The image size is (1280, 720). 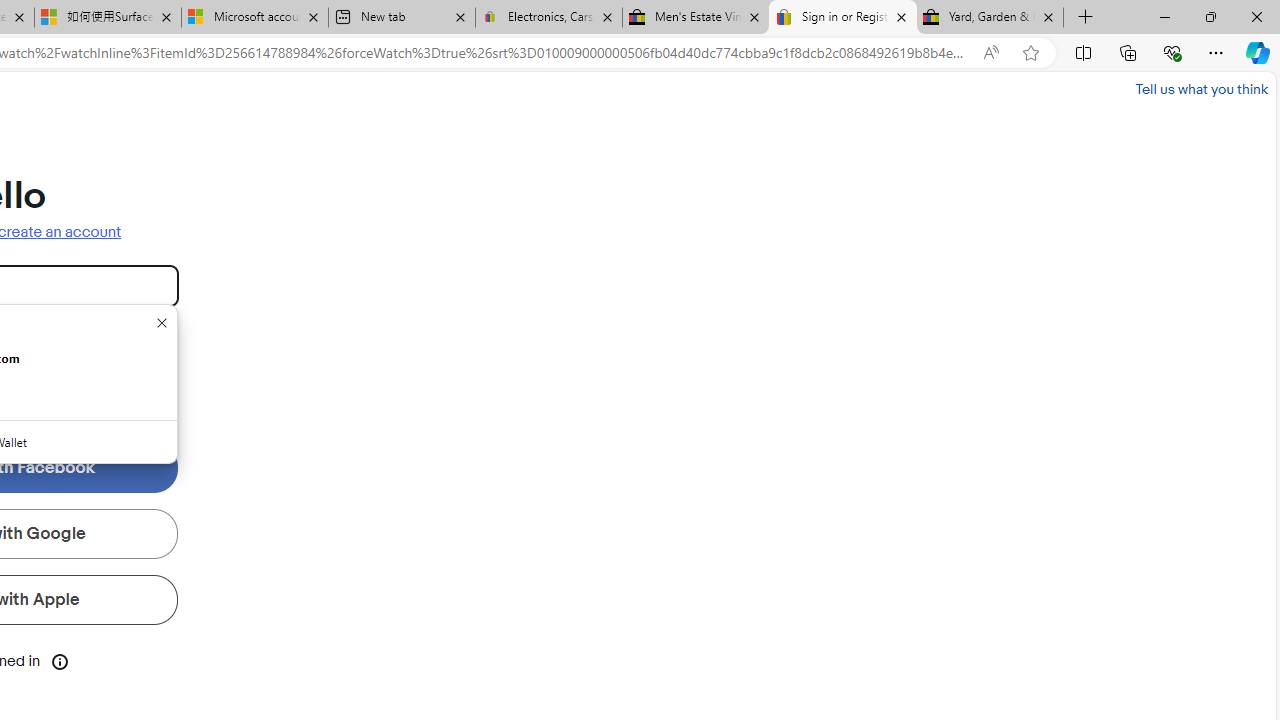 I want to click on 'Yard, Garden & Outdoor Living', so click(x=990, y=17).